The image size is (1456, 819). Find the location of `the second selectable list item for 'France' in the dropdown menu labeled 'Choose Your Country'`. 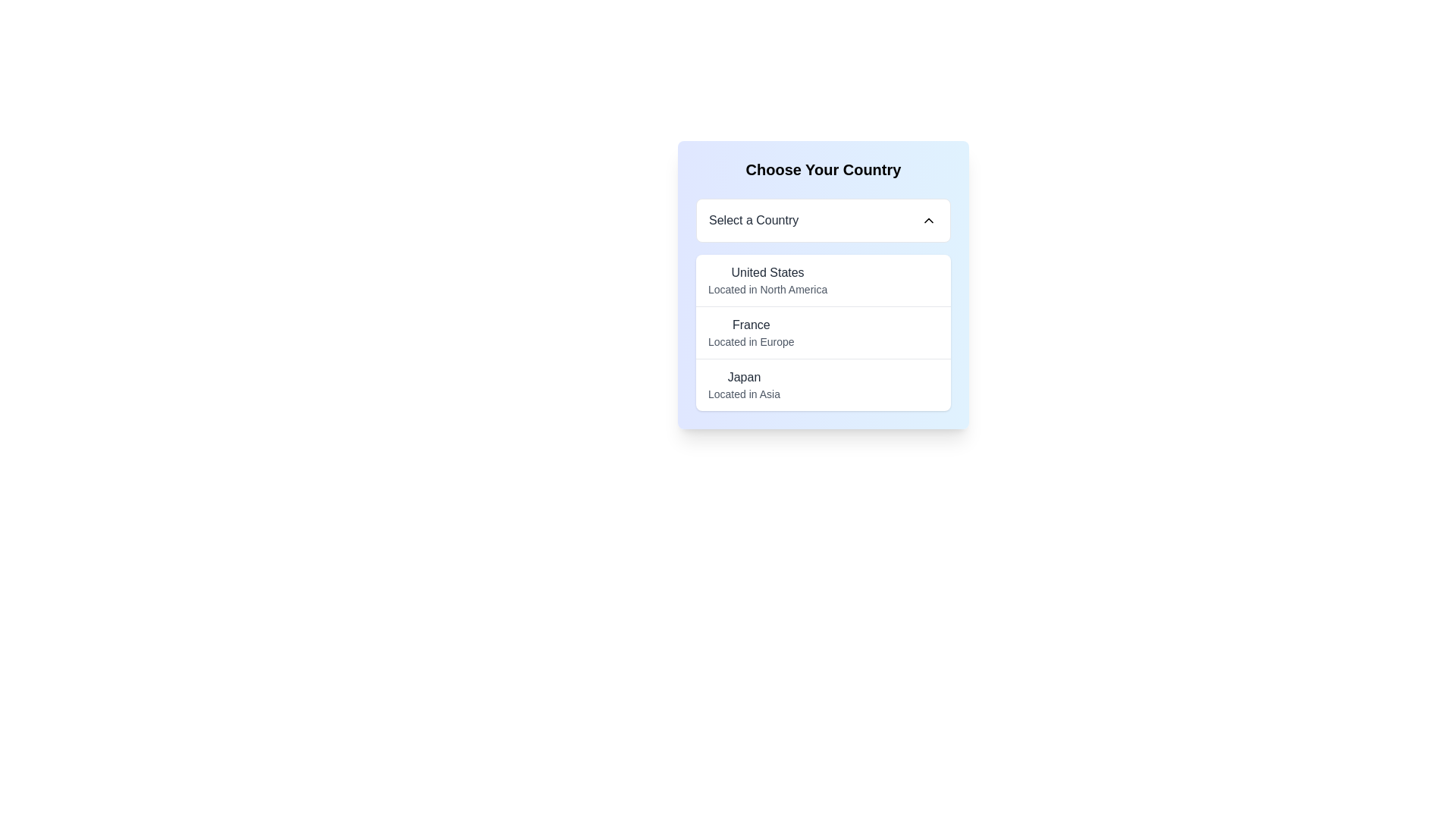

the second selectable list item for 'France' in the dropdown menu labeled 'Choose Your Country' is located at coordinates (751, 332).